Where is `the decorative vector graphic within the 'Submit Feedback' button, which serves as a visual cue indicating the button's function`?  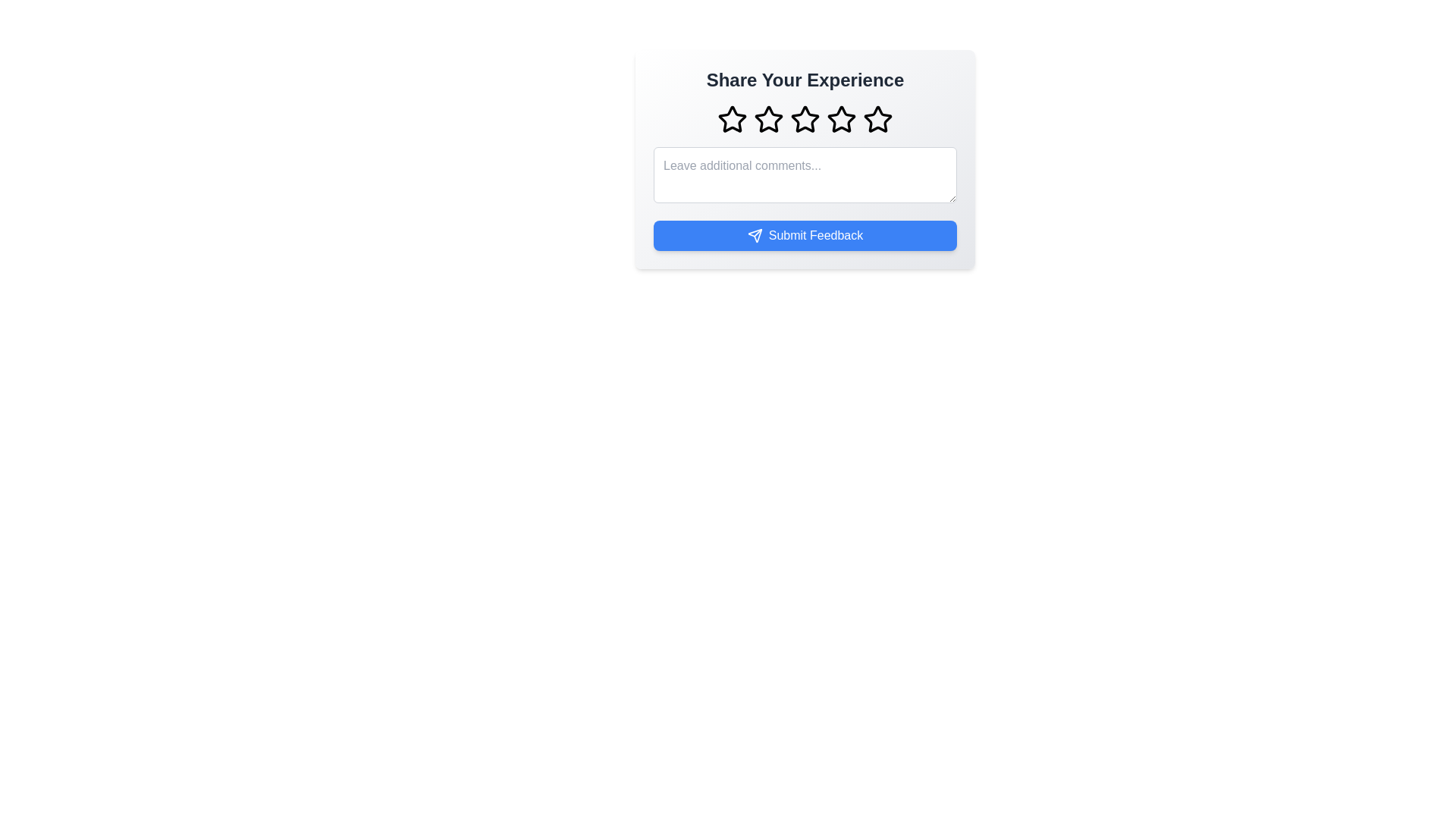
the decorative vector graphic within the 'Submit Feedback' button, which serves as a visual cue indicating the button's function is located at coordinates (755, 236).